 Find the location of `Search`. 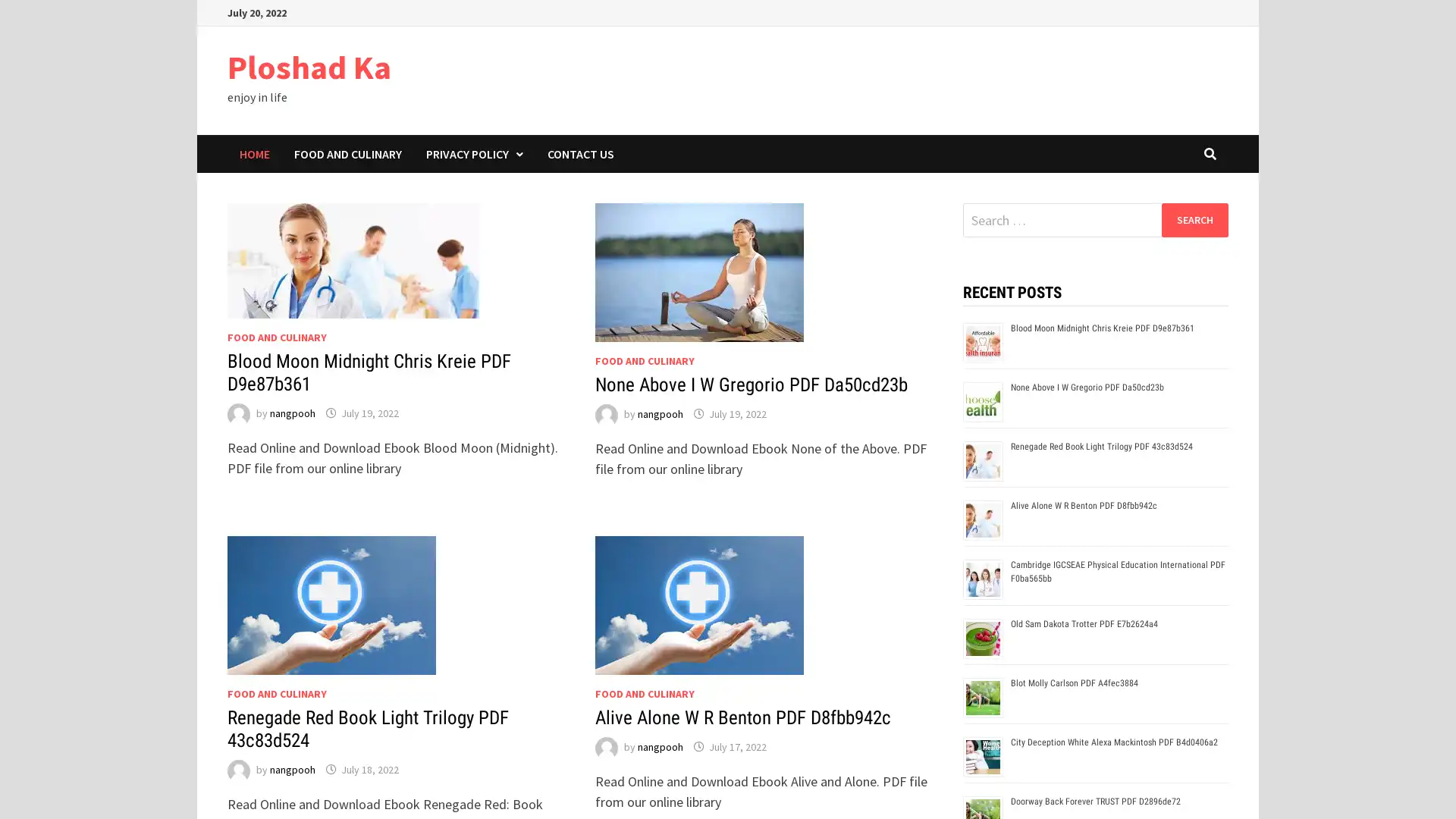

Search is located at coordinates (1194, 219).